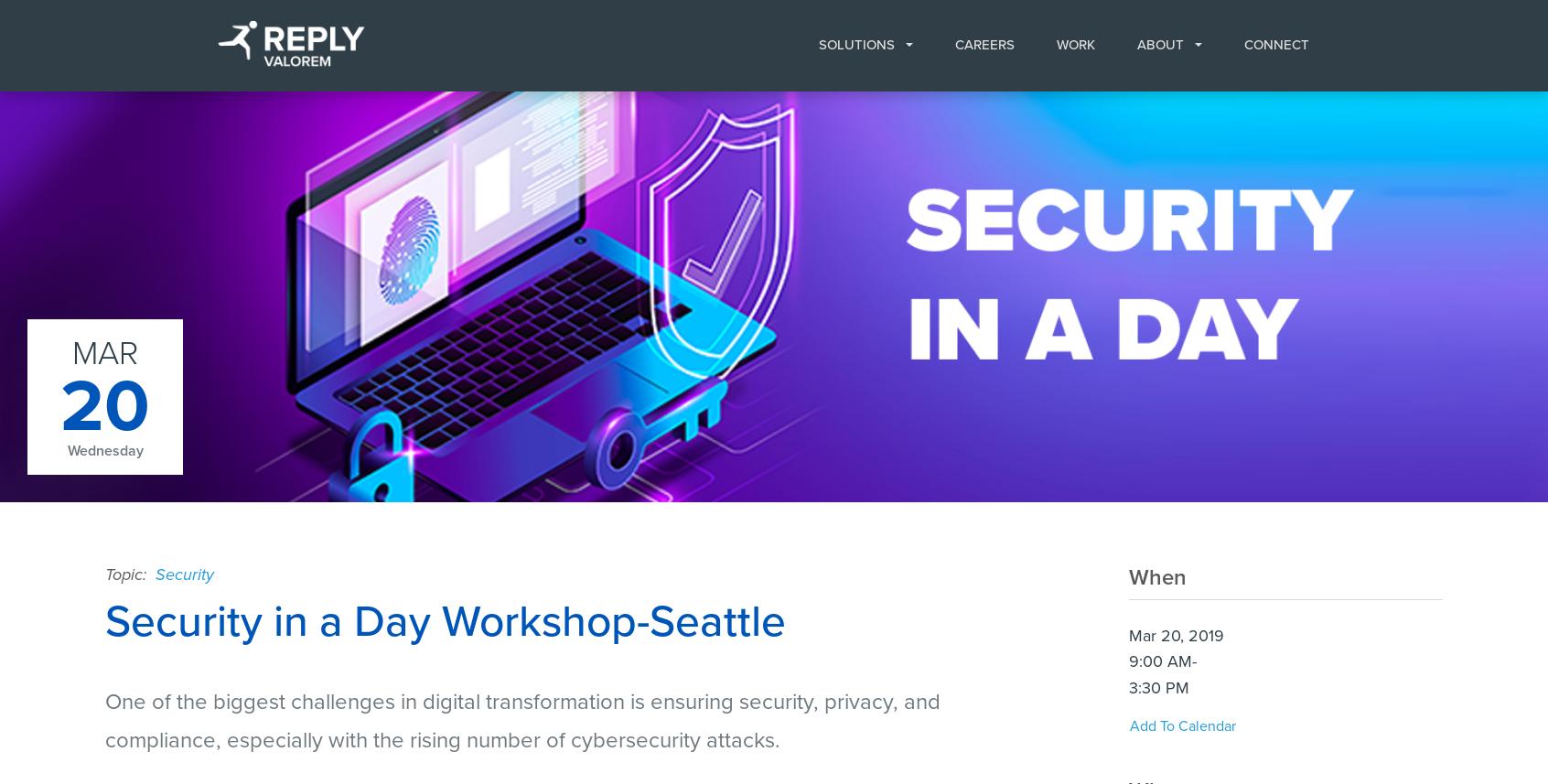 This screenshot has height=784, width=1548. Describe the element at coordinates (1175, 635) in the screenshot. I see `'Mar 20, 2019'` at that location.